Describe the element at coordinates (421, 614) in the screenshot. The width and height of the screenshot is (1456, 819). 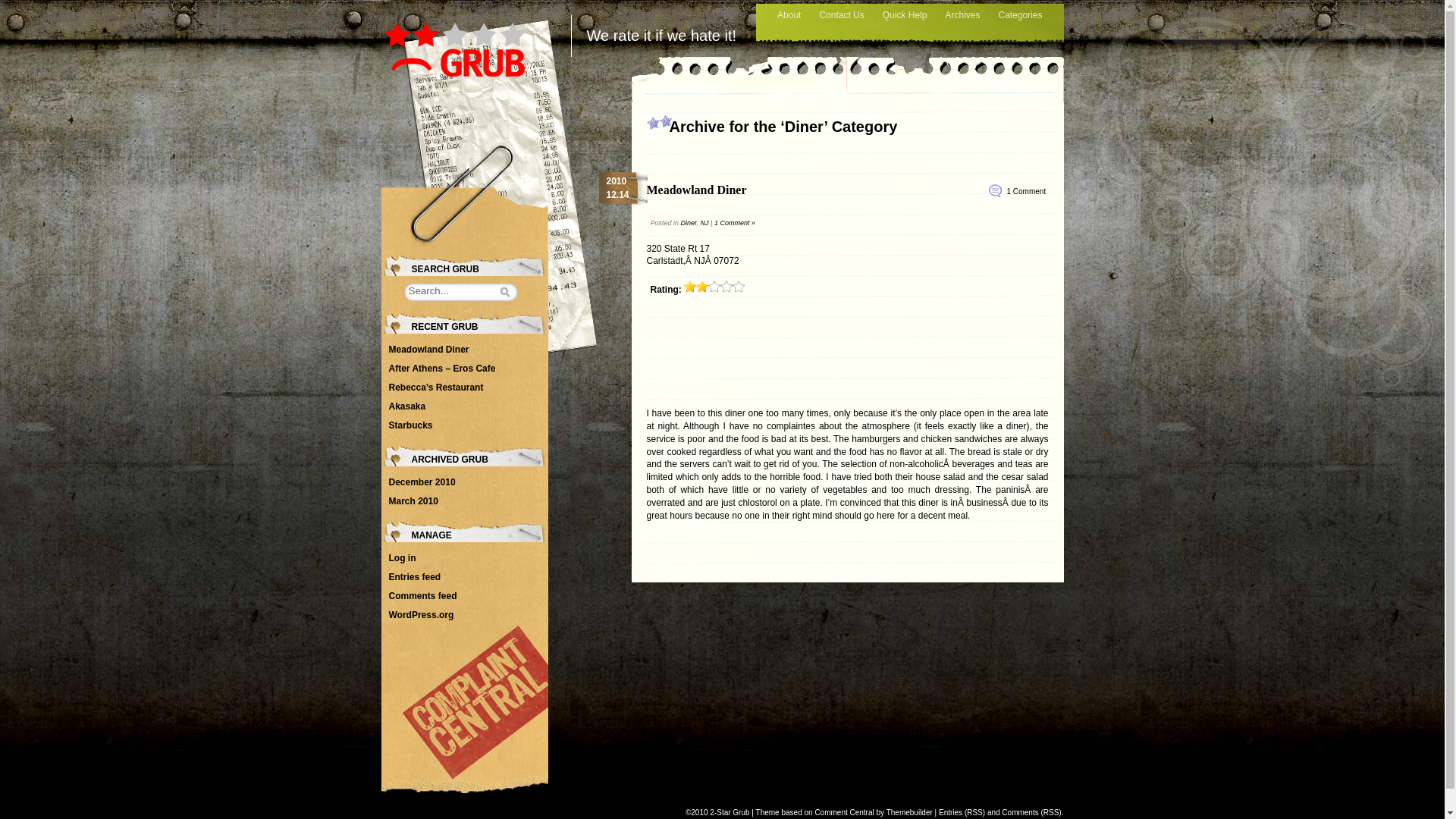
I see `'WordPress.org'` at that location.